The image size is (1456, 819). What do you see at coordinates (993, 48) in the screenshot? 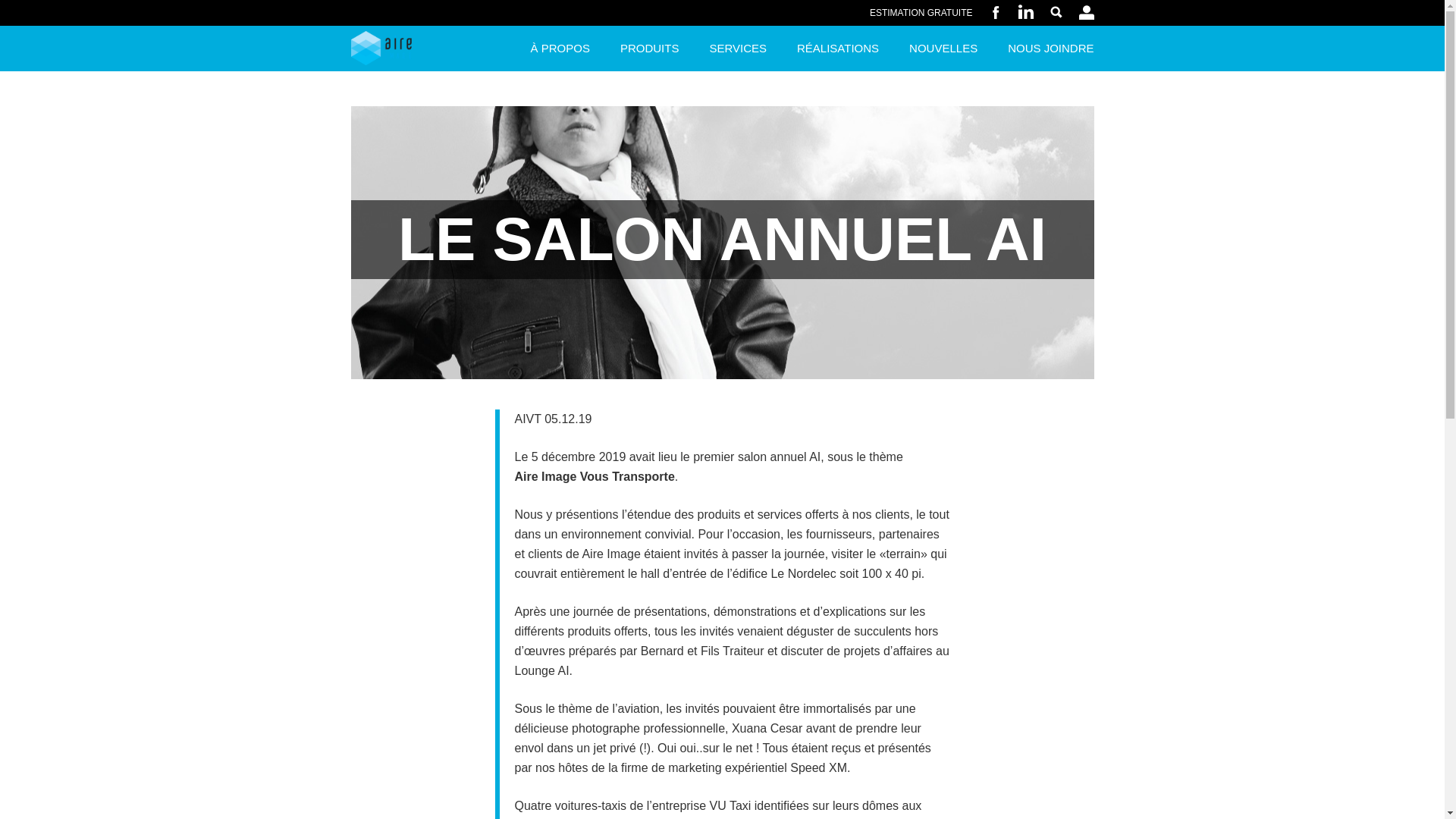
I see `'NOUS JOINDRE'` at bounding box center [993, 48].